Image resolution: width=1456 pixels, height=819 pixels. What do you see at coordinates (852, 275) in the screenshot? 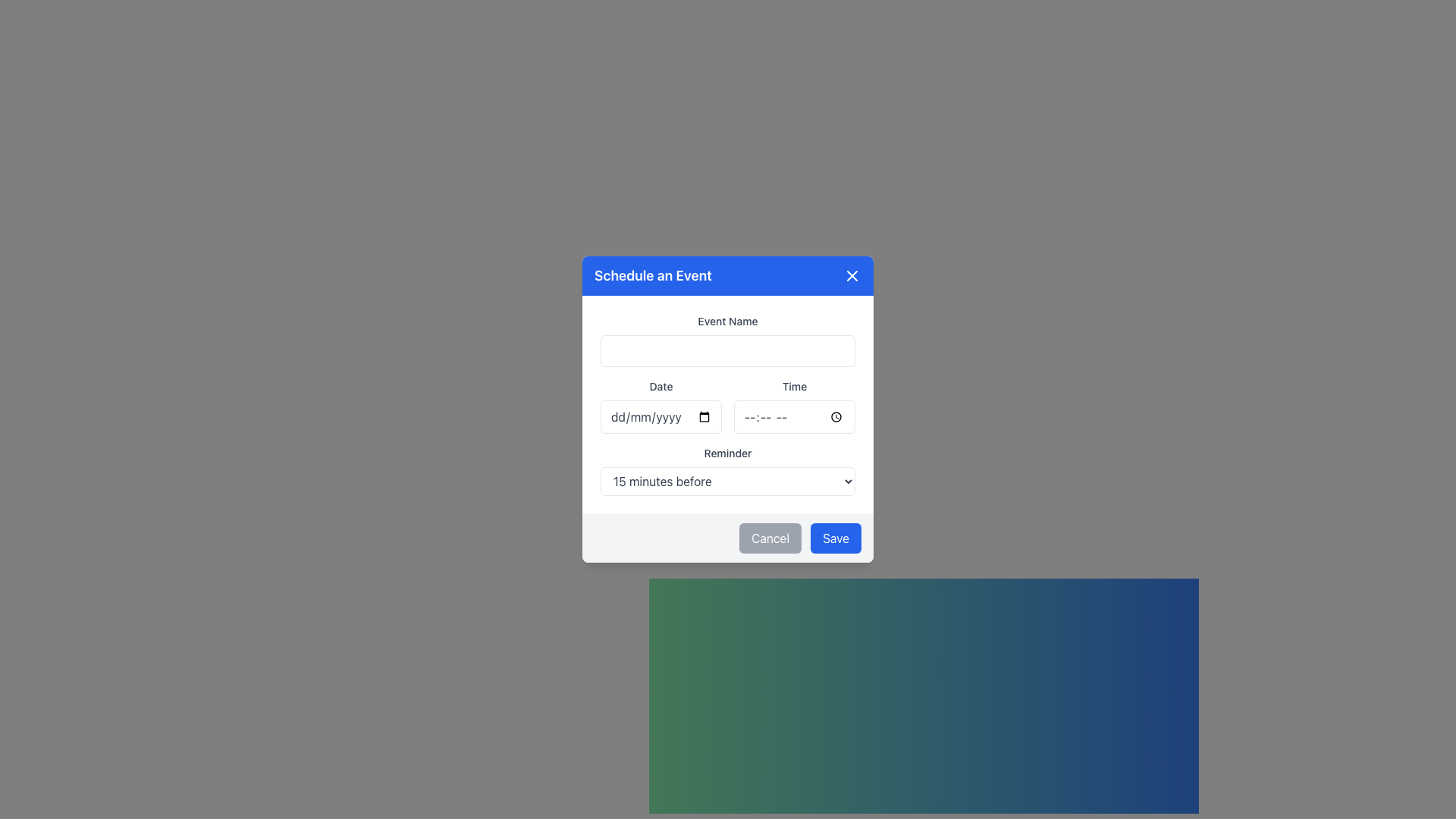
I see `the close button (X) located in the top-right corner of the modal's blue header, adjacent to the text 'Schedule an Event'` at bounding box center [852, 275].